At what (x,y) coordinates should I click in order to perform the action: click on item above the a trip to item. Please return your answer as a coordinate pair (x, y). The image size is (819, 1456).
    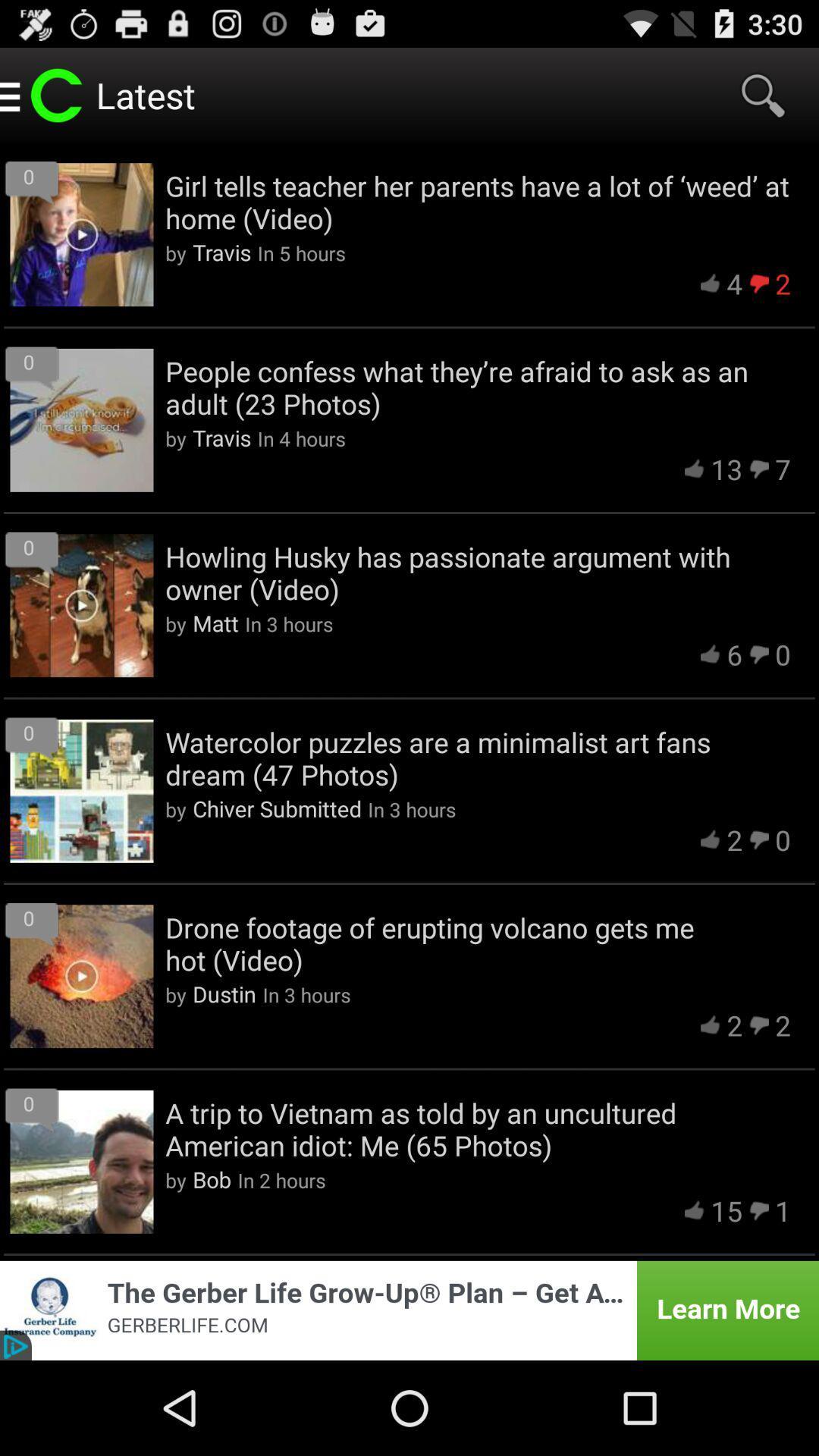
    Looking at the image, I should click on (224, 993).